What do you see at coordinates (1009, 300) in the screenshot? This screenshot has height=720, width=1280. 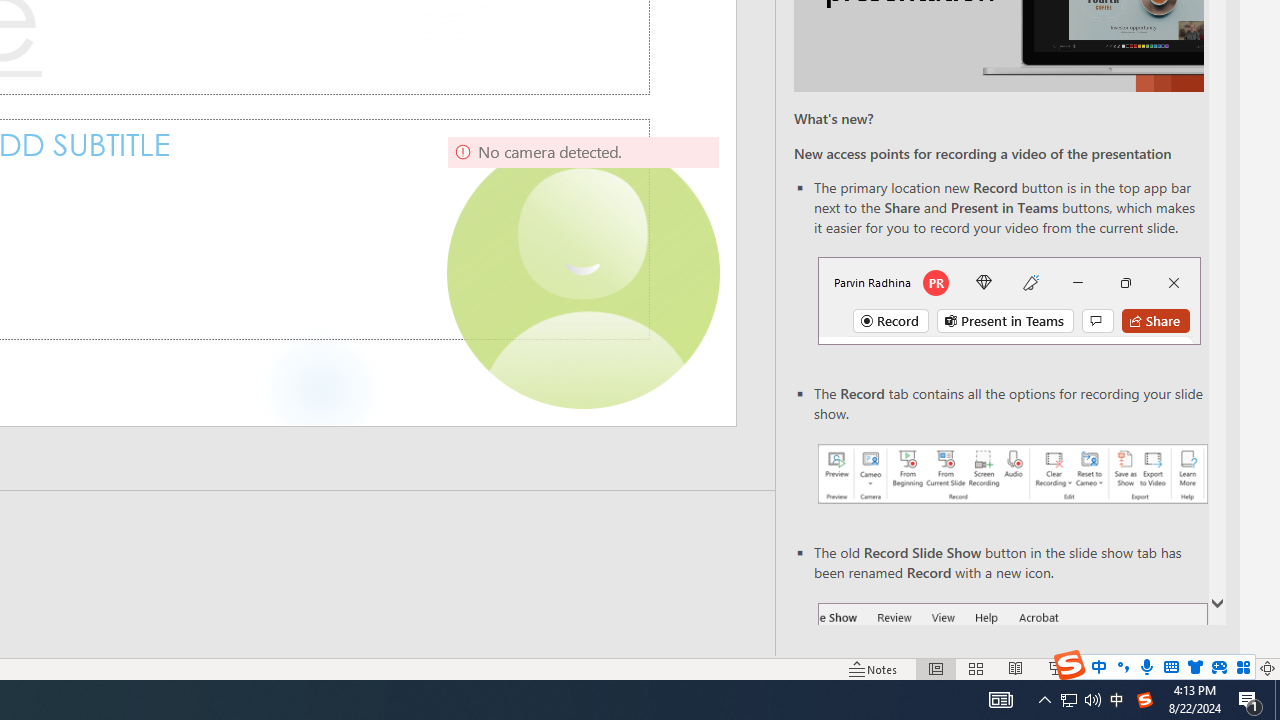 I see `'Record button in top bar'` at bounding box center [1009, 300].